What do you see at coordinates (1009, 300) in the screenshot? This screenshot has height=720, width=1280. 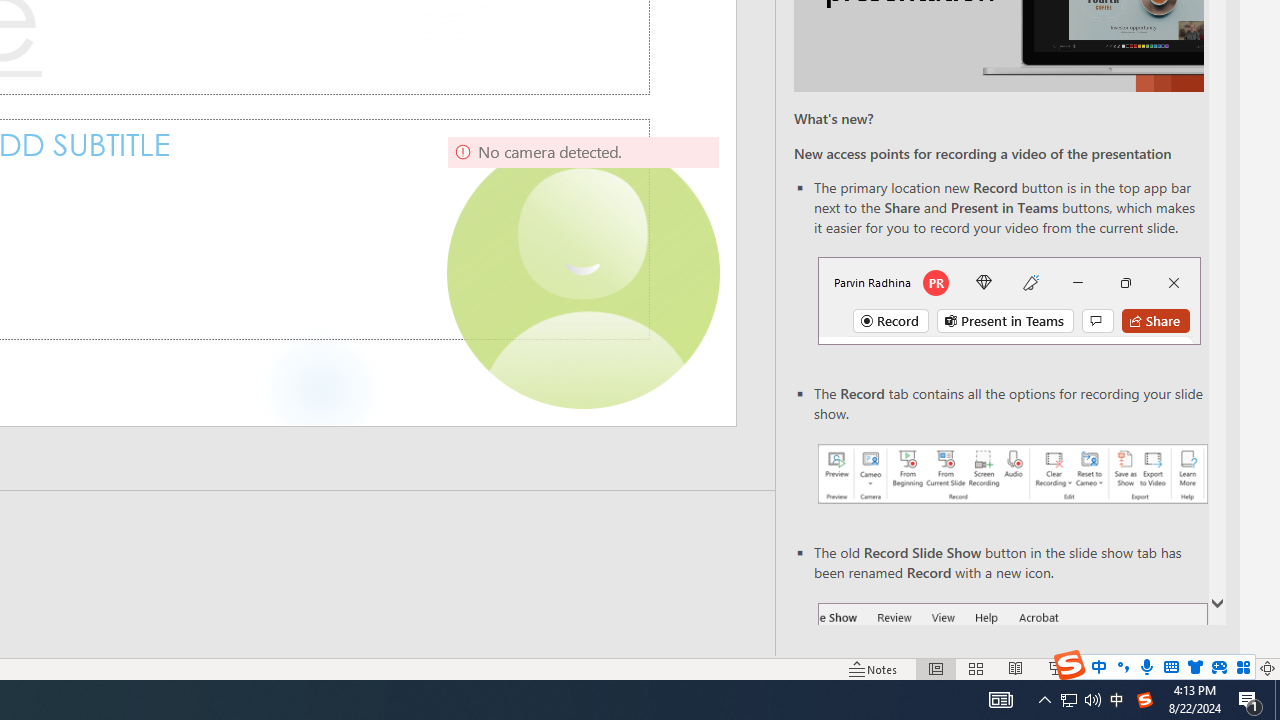 I see `'Record button in top bar'` at bounding box center [1009, 300].